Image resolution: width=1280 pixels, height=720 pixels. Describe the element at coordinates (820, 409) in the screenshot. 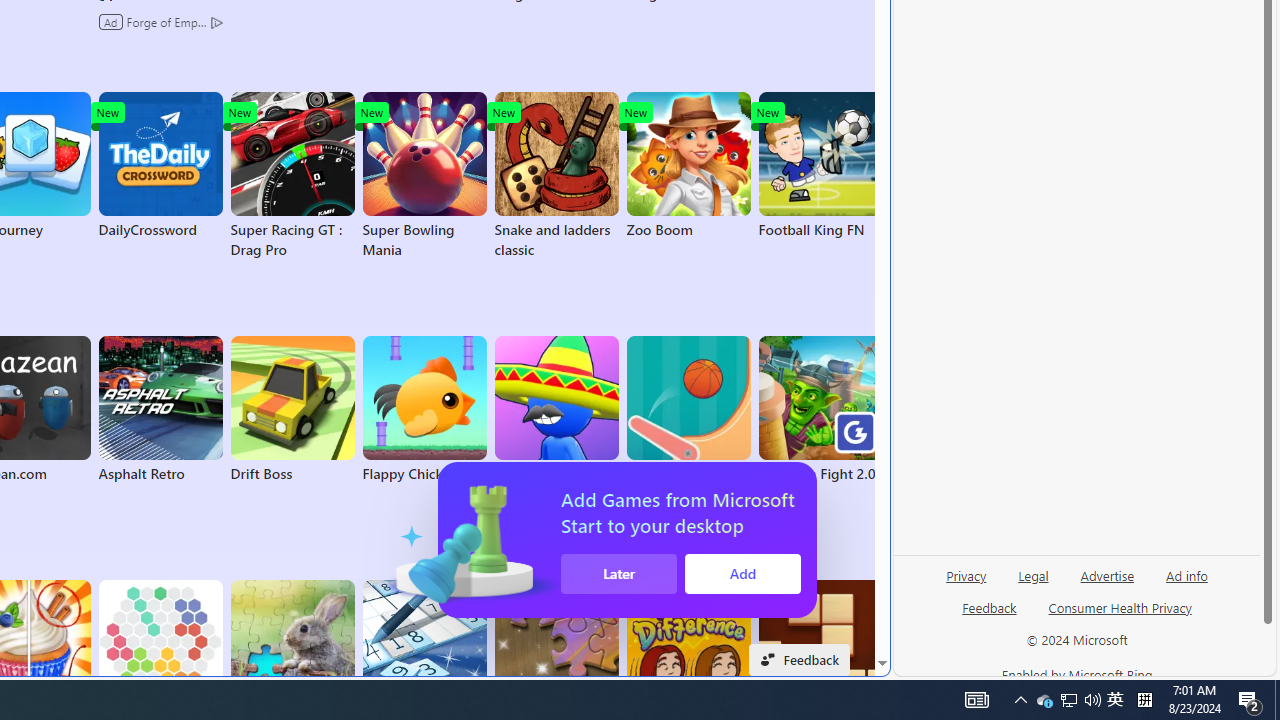

I see `'Kingdom Fight 2.0'` at that location.